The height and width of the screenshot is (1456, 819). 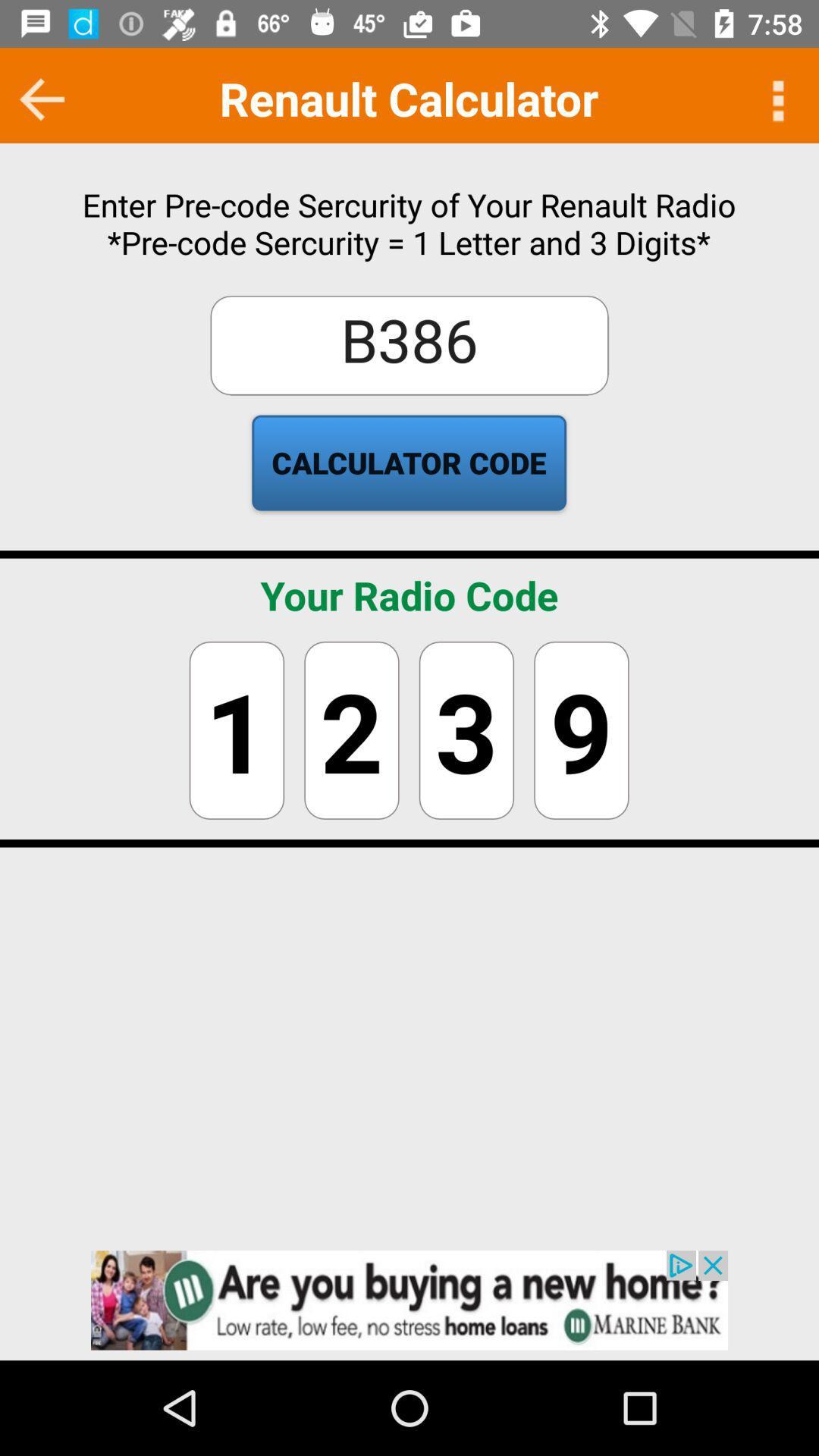 I want to click on the arrow_backward icon, so click(x=41, y=99).